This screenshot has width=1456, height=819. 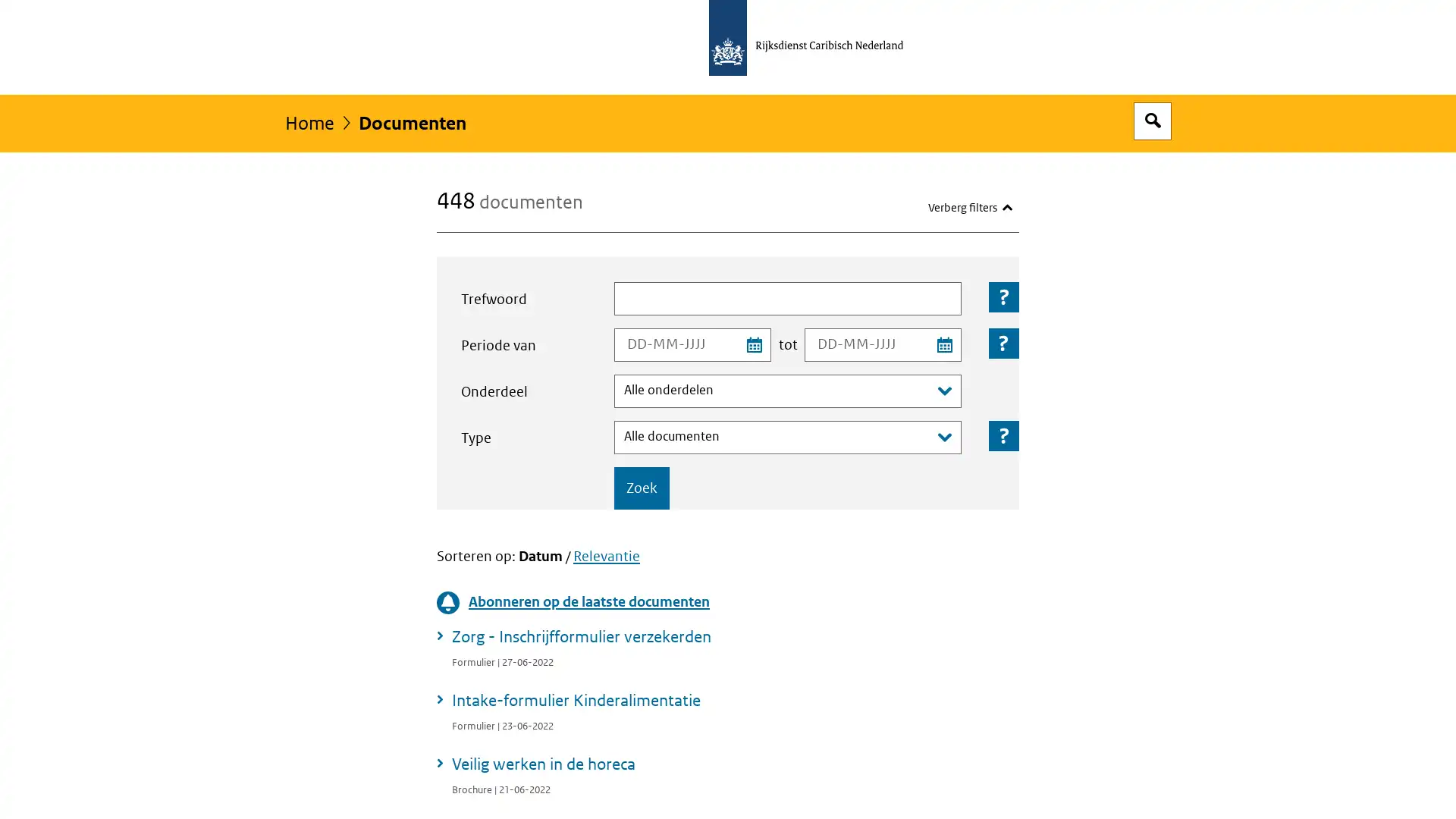 I want to click on <span class="assistive">Kies startdatum uit kalender</span>, so click(x=754, y=344).